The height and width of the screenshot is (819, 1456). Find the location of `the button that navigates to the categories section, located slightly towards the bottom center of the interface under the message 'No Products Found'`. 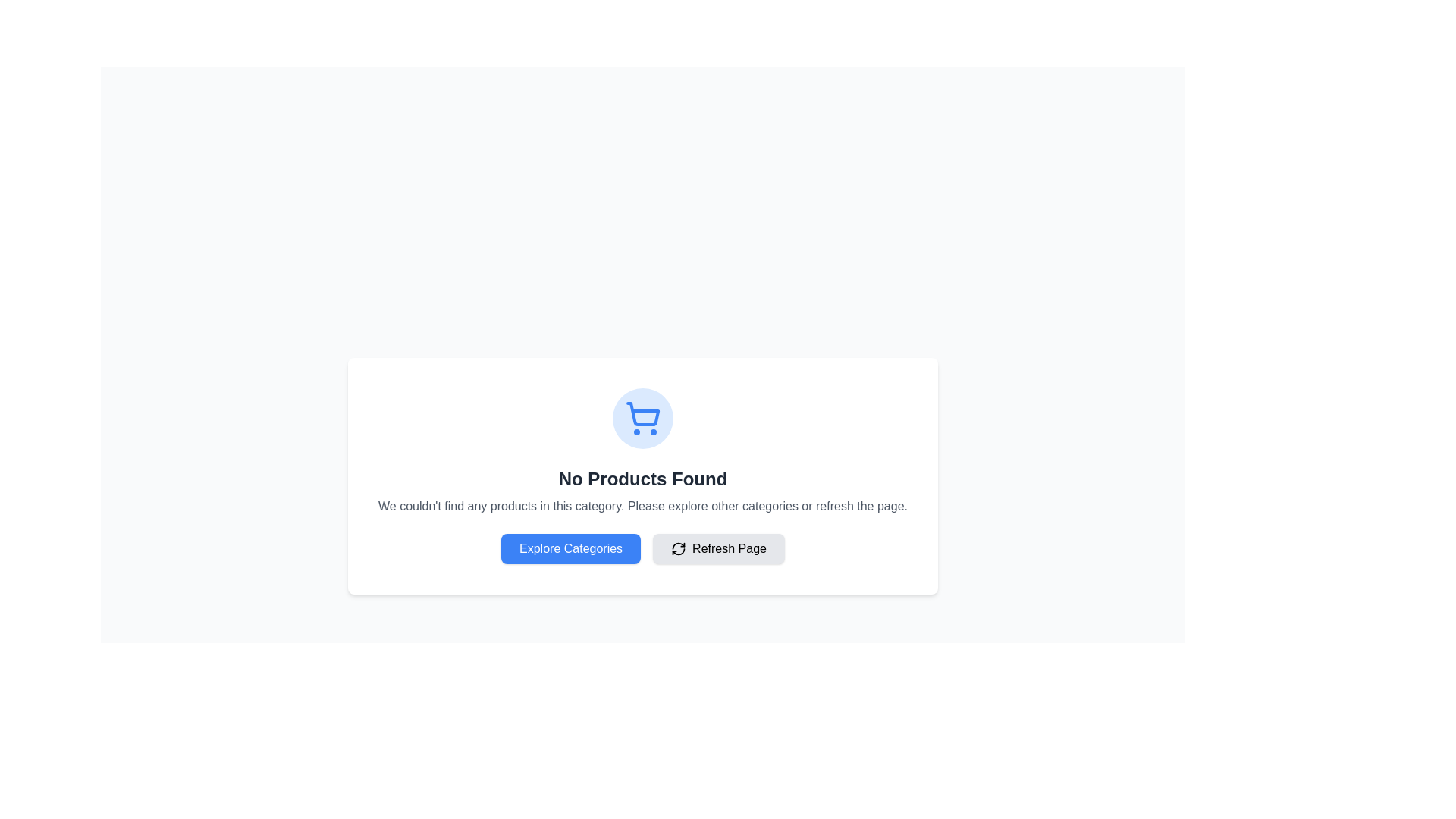

the button that navigates to the categories section, located slightly towards the bottom center of the interface under the message 'No Products Found' is located at coordinates (570, 549).